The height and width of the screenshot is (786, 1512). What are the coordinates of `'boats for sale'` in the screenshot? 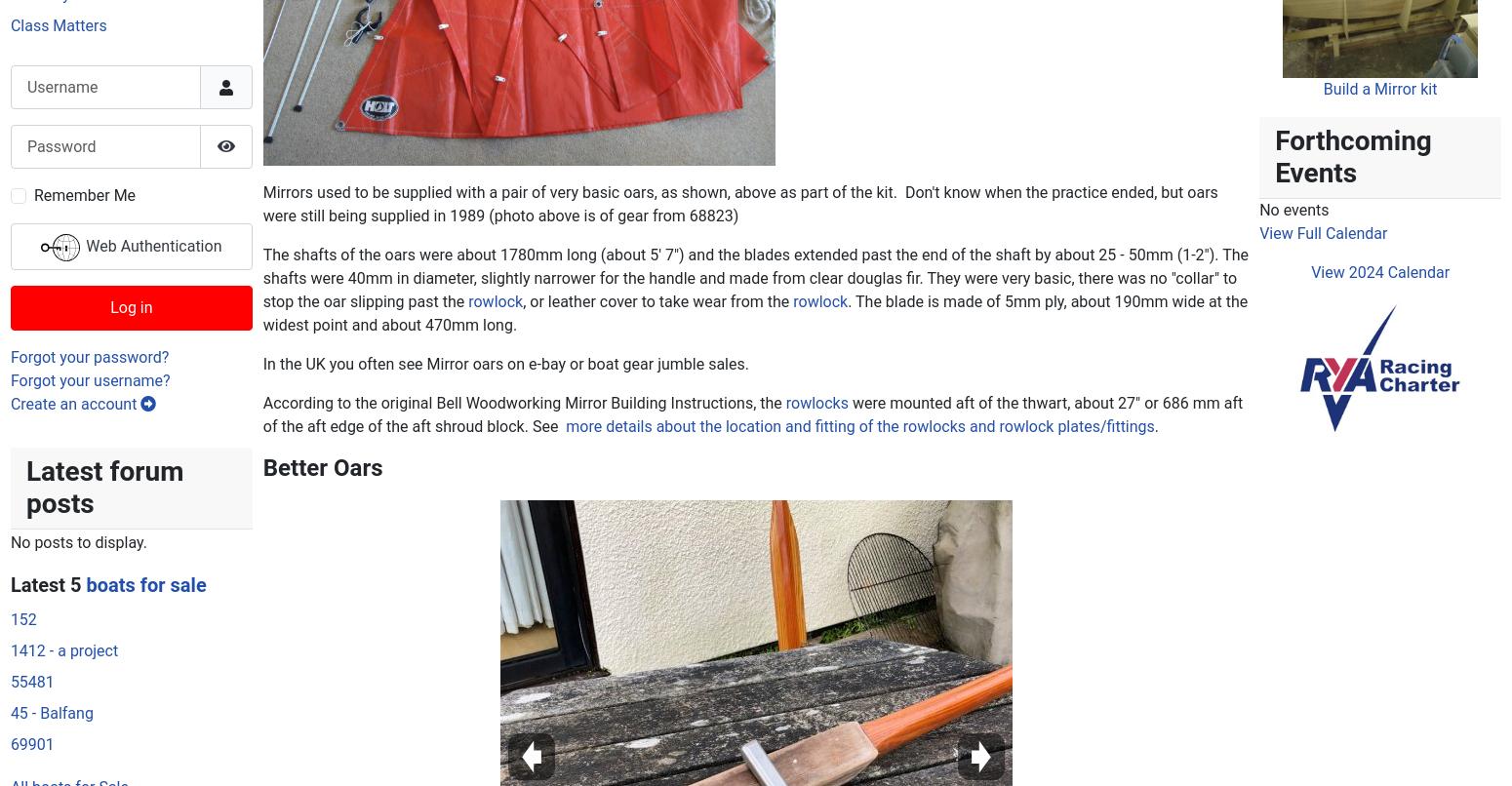 It's located at (145, 205).